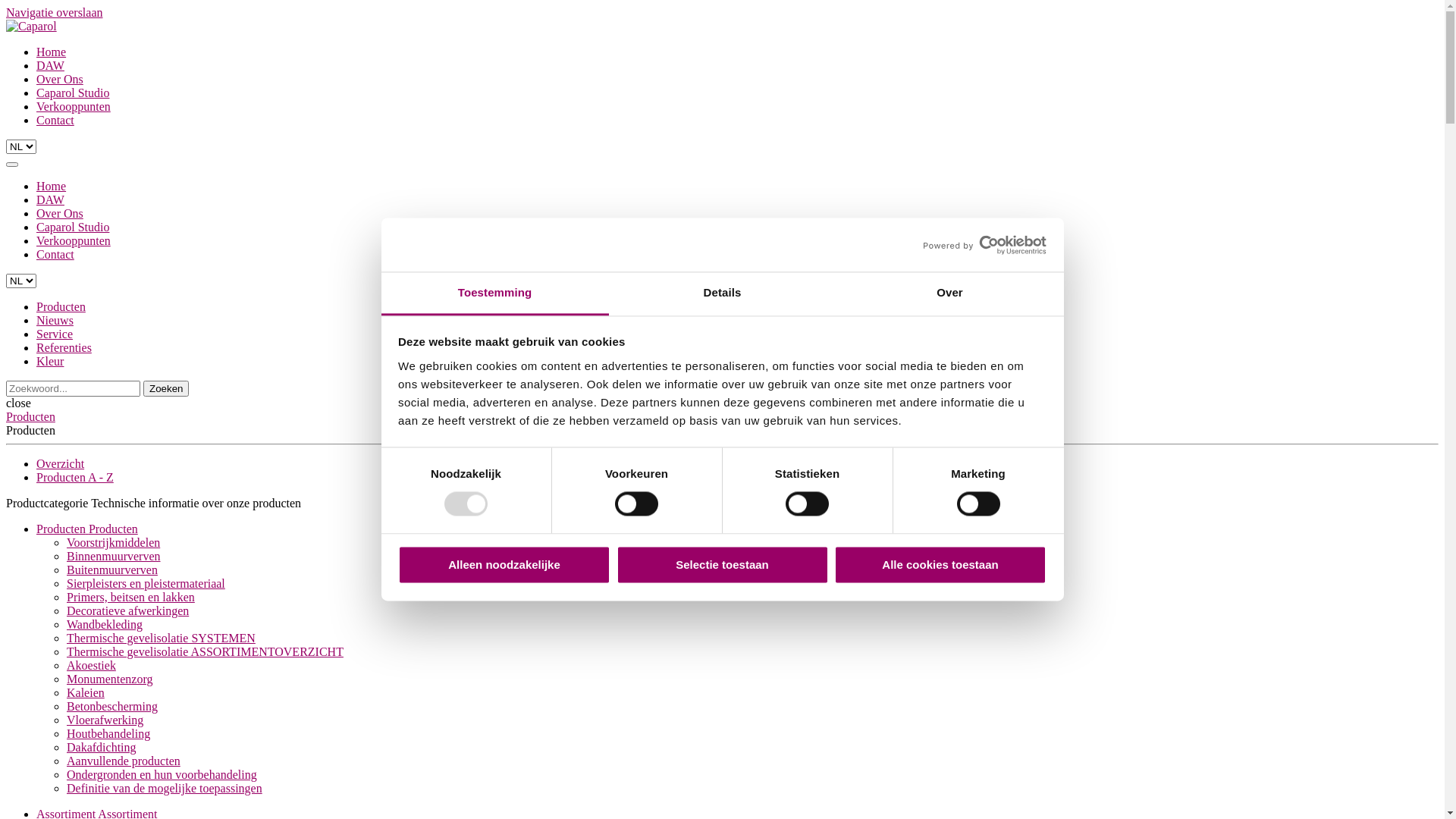  What do you see at coordinates (130, 596) in the screenshot?
I see `'Primers, beitsen en lakken'` at bounding box center [130, 596].